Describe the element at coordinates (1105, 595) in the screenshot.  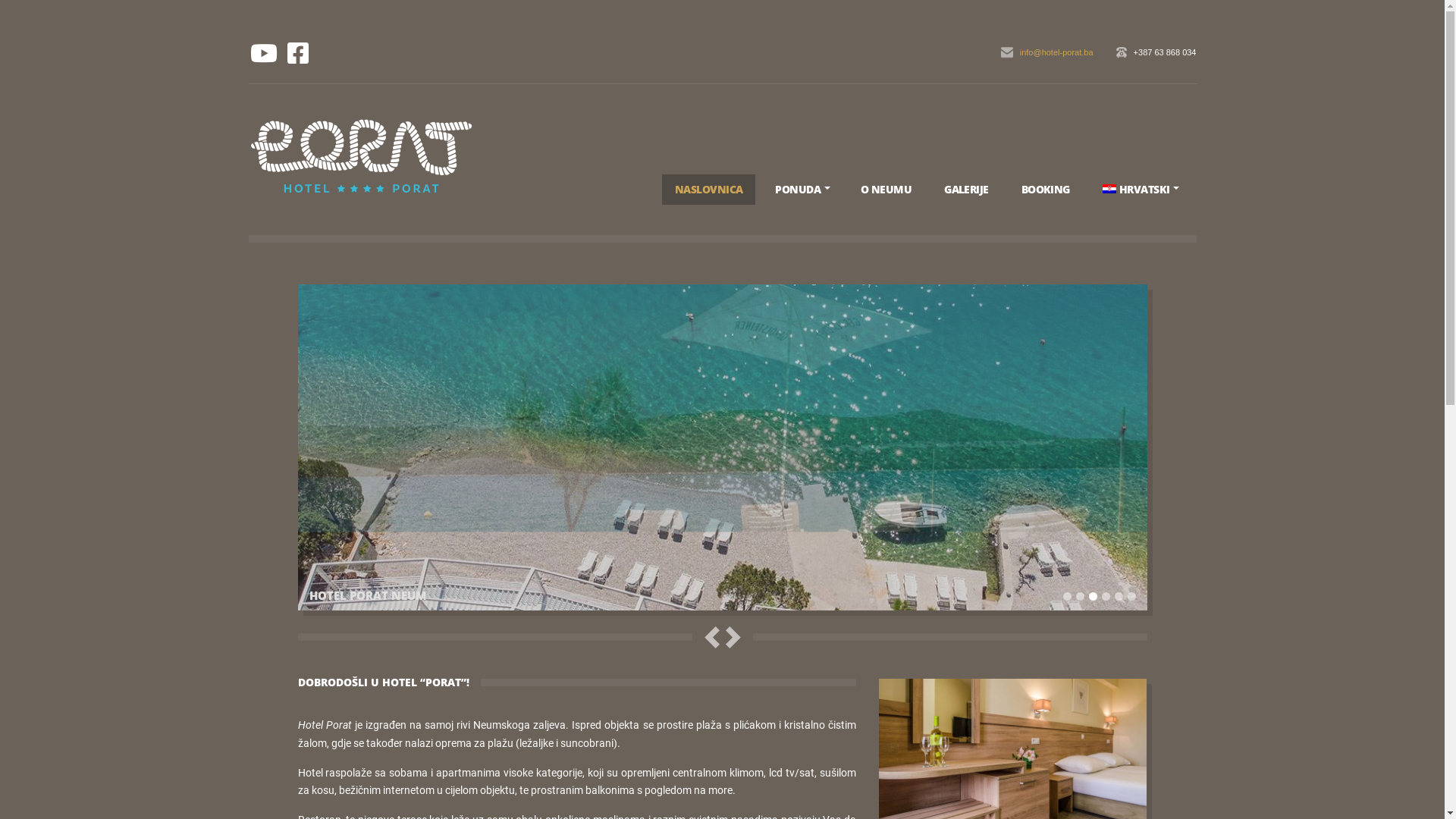
I see `'4'` at that location.